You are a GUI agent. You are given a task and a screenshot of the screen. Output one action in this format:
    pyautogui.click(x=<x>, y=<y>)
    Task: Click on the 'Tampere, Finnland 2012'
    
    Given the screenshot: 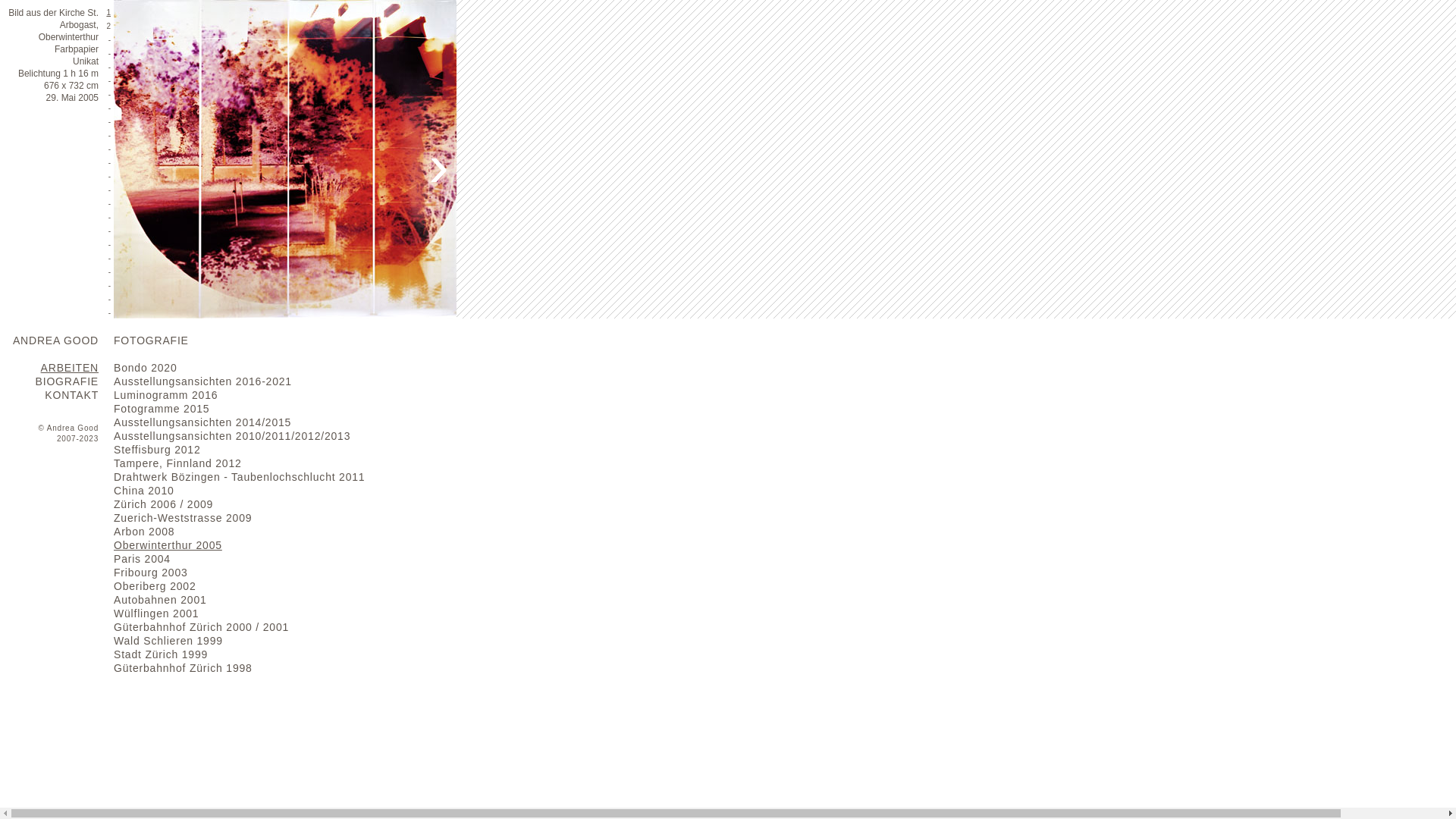 What is the action you would take?
    pyautogui.click(x=177, y=462)
    